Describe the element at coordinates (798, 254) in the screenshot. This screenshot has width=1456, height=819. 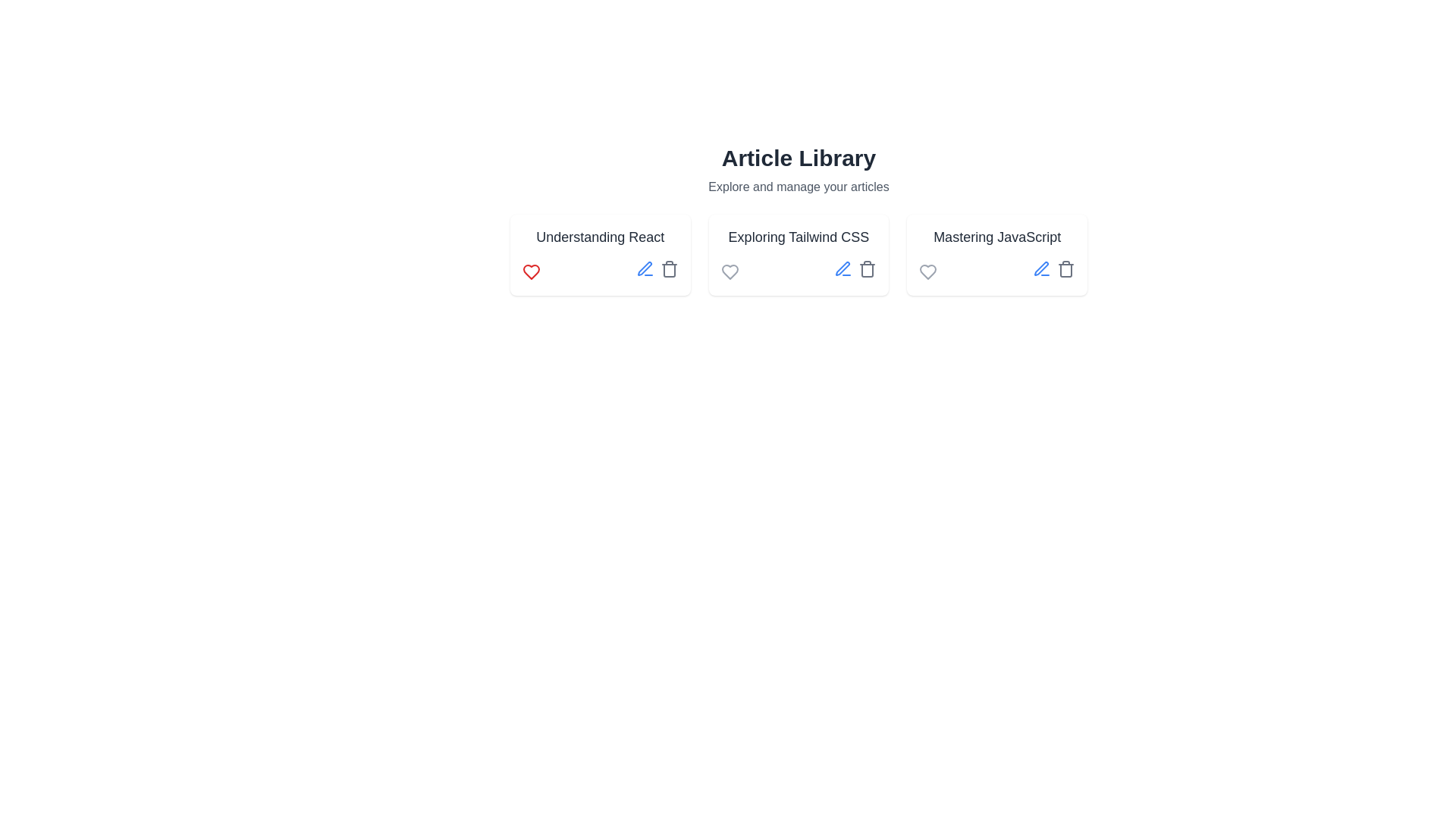
I see `the interactive card summarizing 'Exploring Tailwind CSS'` at that location.